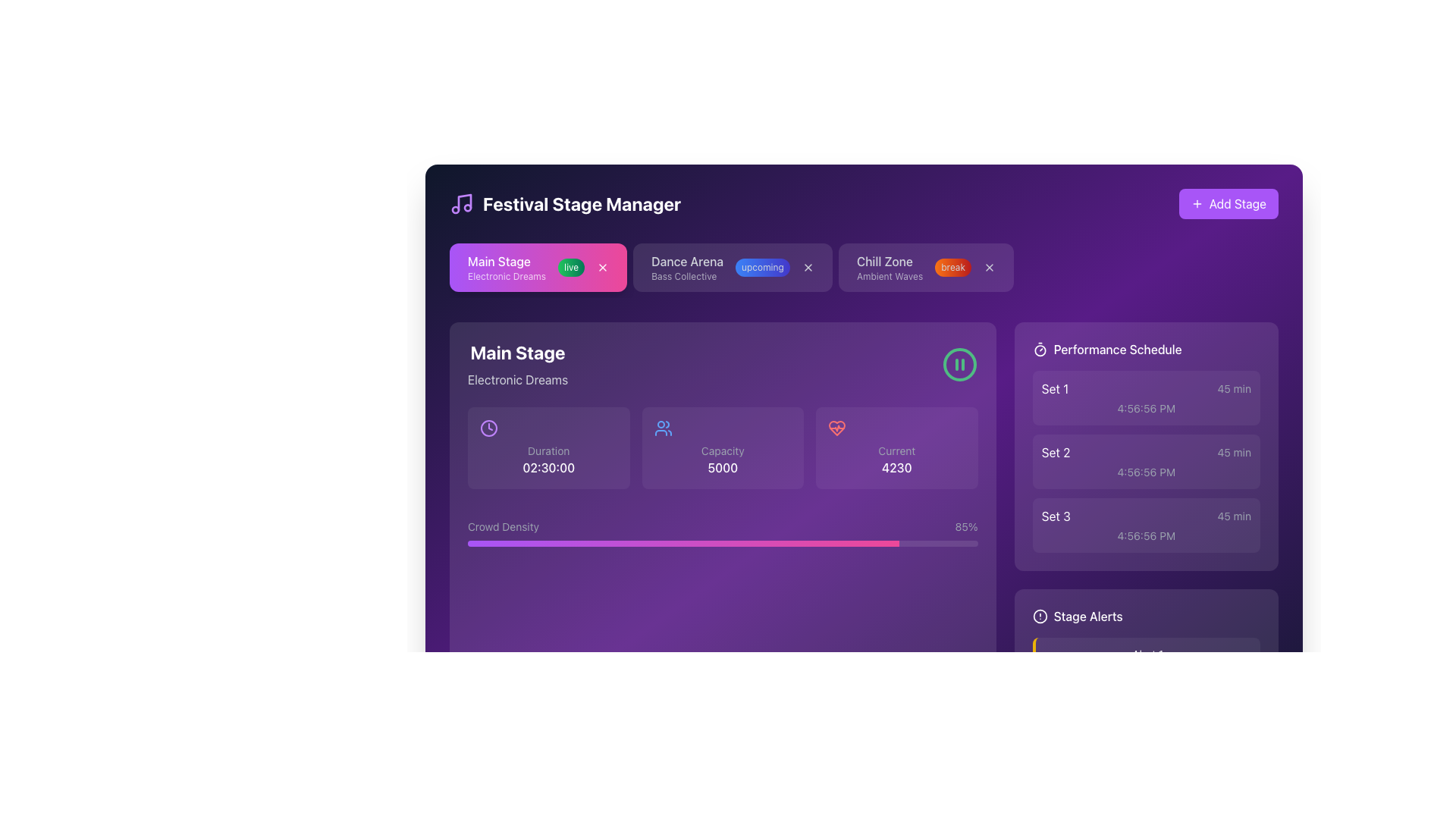 This screenshot has width=1456, height=819. I want to click on the 'Crowd Density' label, which is styled with a light font color on a dark purple background and is positioned to the left of a numerical percentage value, so click(504, 526).